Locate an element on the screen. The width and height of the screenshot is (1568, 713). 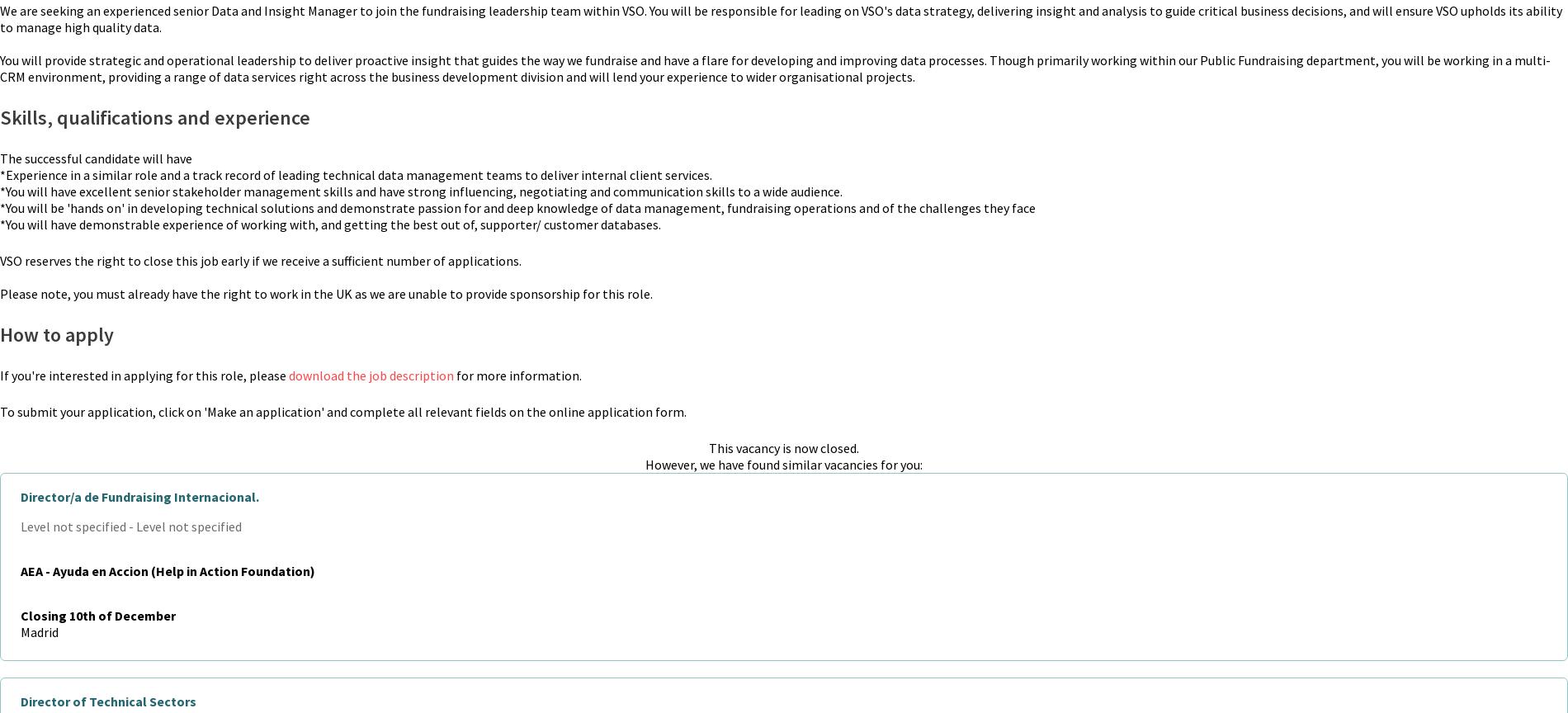
'About Impactpool' is located at coordinates (1243, 395).